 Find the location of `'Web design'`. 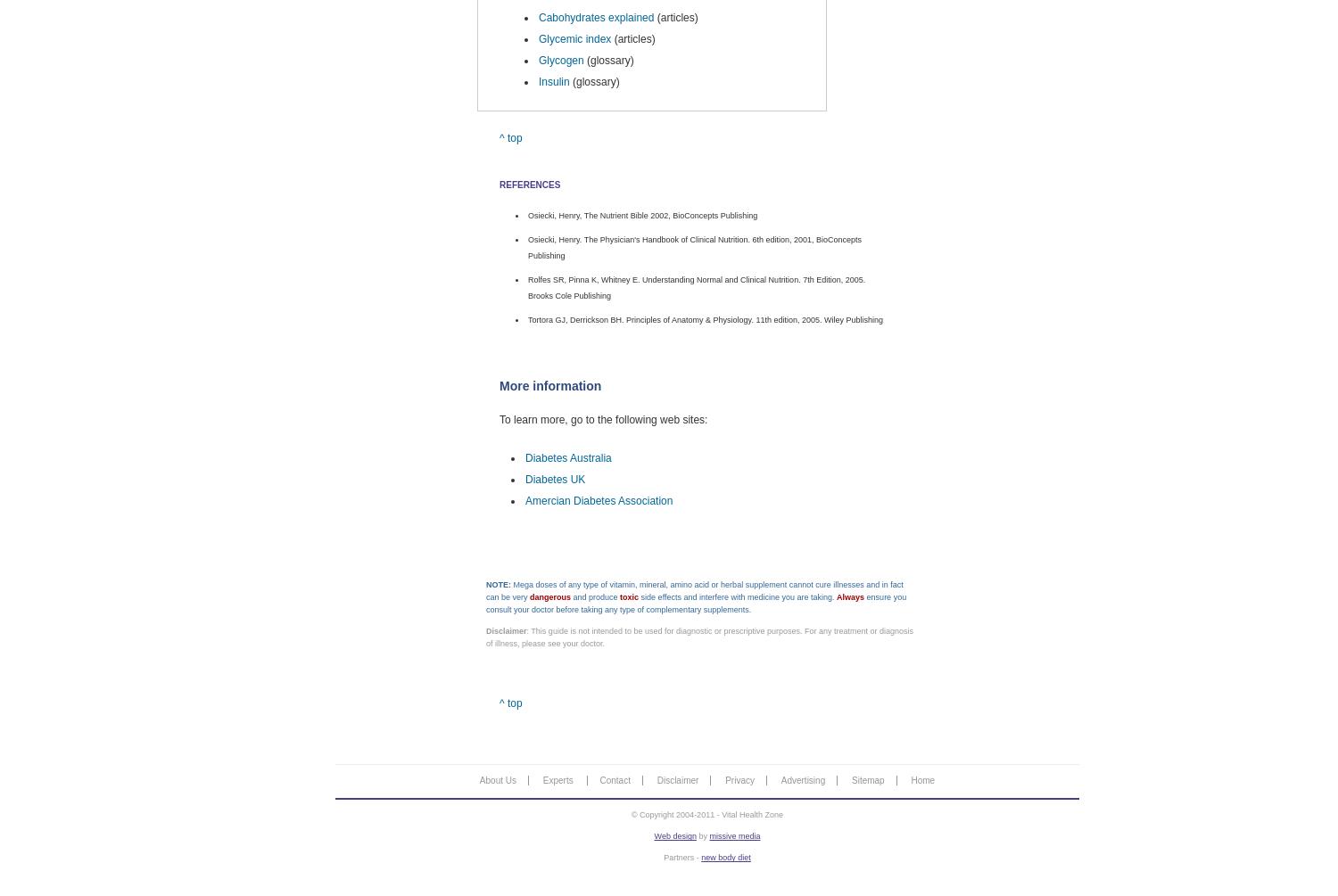

'Web design' is located at coordinates (674, 834).